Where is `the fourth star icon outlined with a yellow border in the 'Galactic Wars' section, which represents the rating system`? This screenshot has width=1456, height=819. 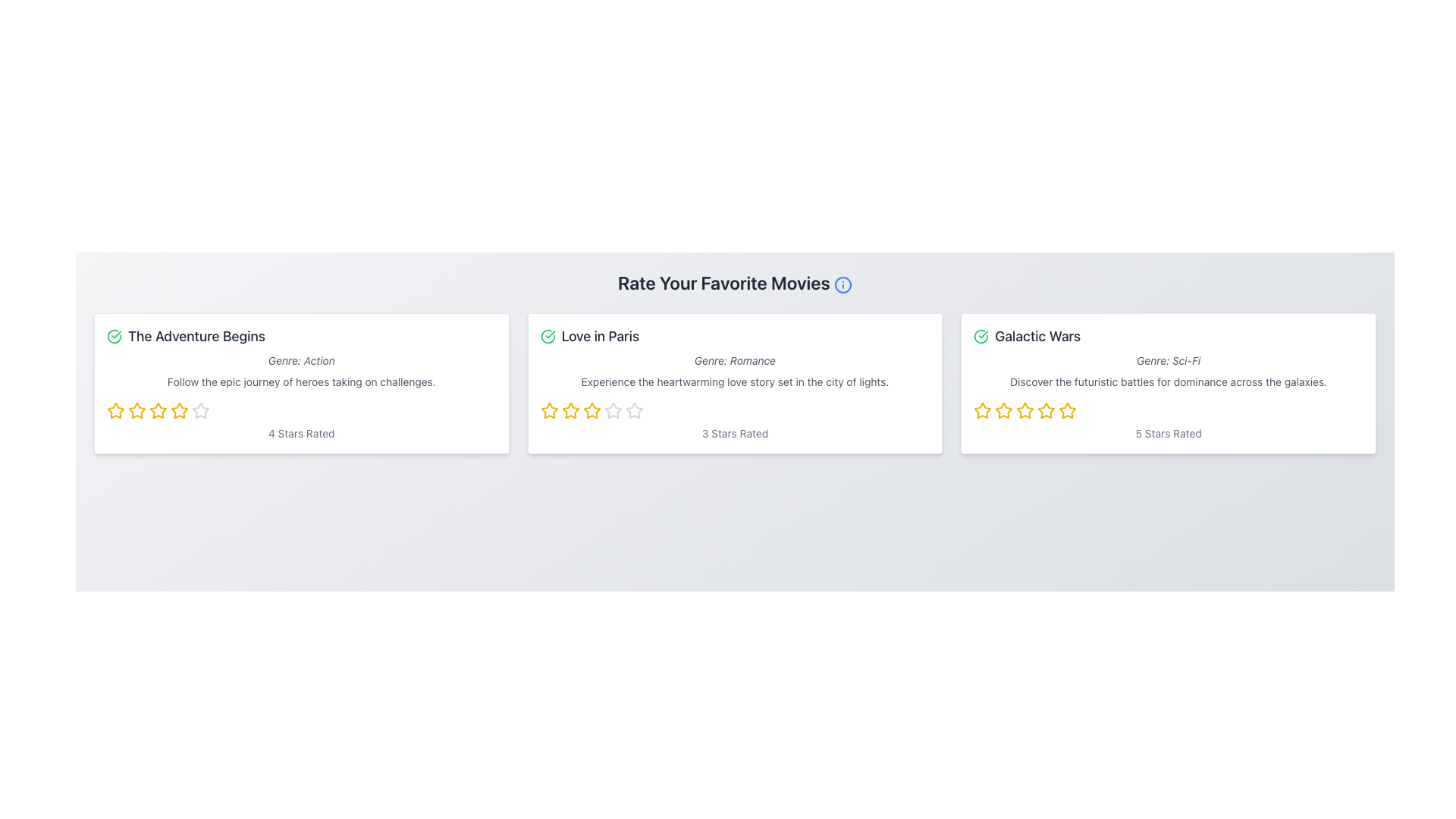
the fourth star icon outlined with a yellow border in the 'Galactic Wars' section, which represents the rating system is located at coordinates (1046, 410).